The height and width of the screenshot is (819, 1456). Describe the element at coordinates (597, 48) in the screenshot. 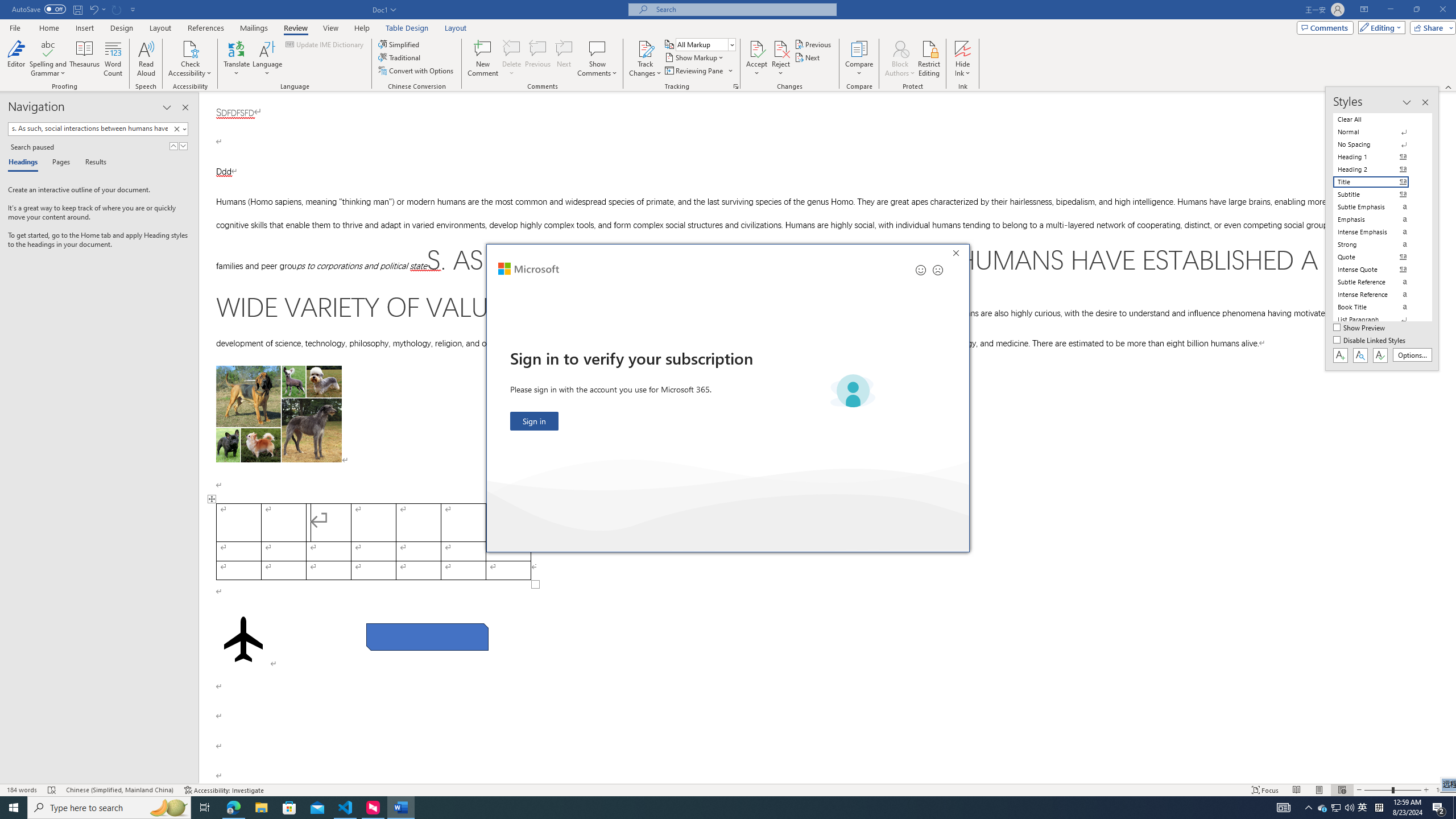

I see `'Show Comments'` at that location.